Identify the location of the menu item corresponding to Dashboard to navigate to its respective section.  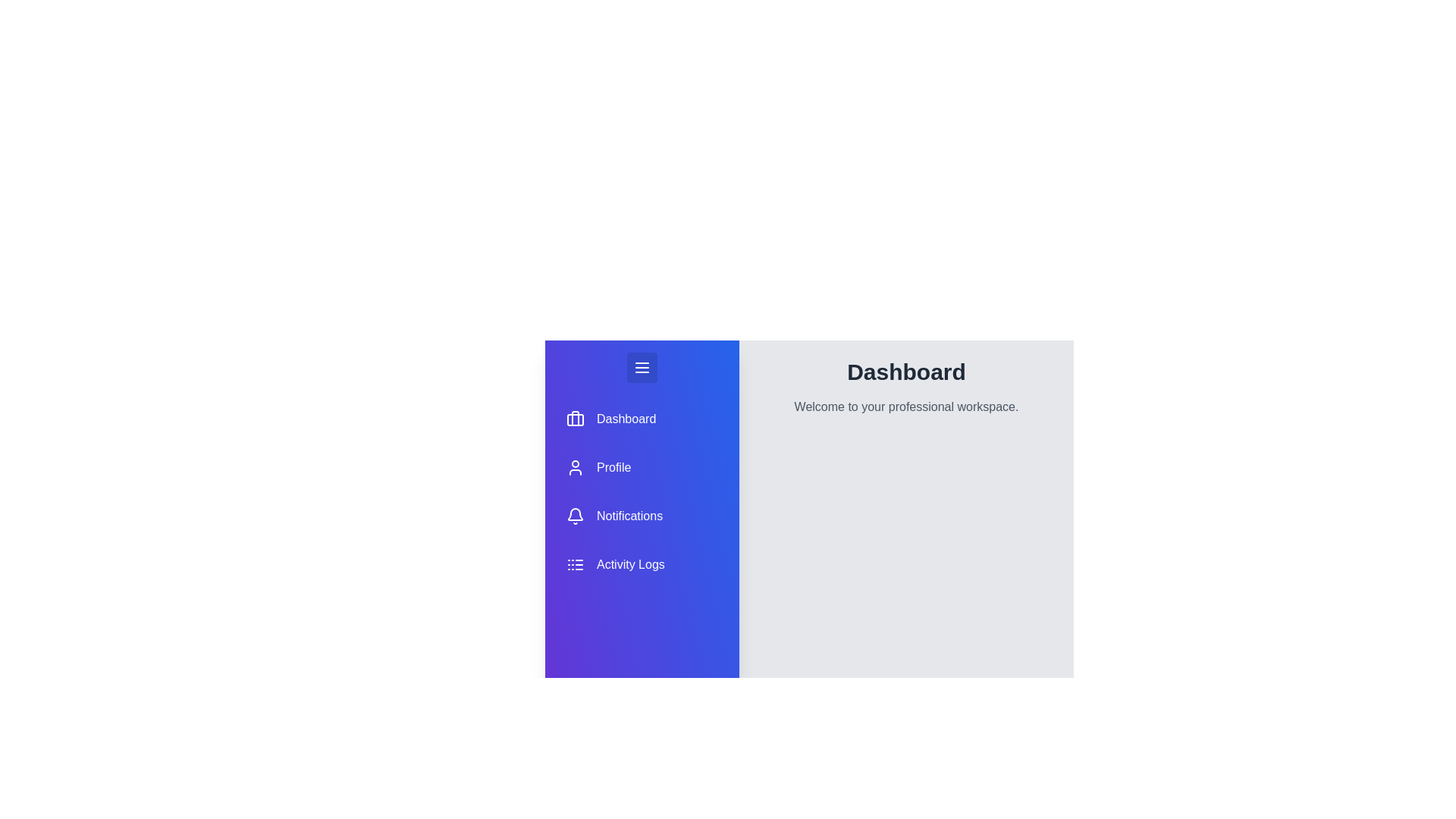
(642, 419).